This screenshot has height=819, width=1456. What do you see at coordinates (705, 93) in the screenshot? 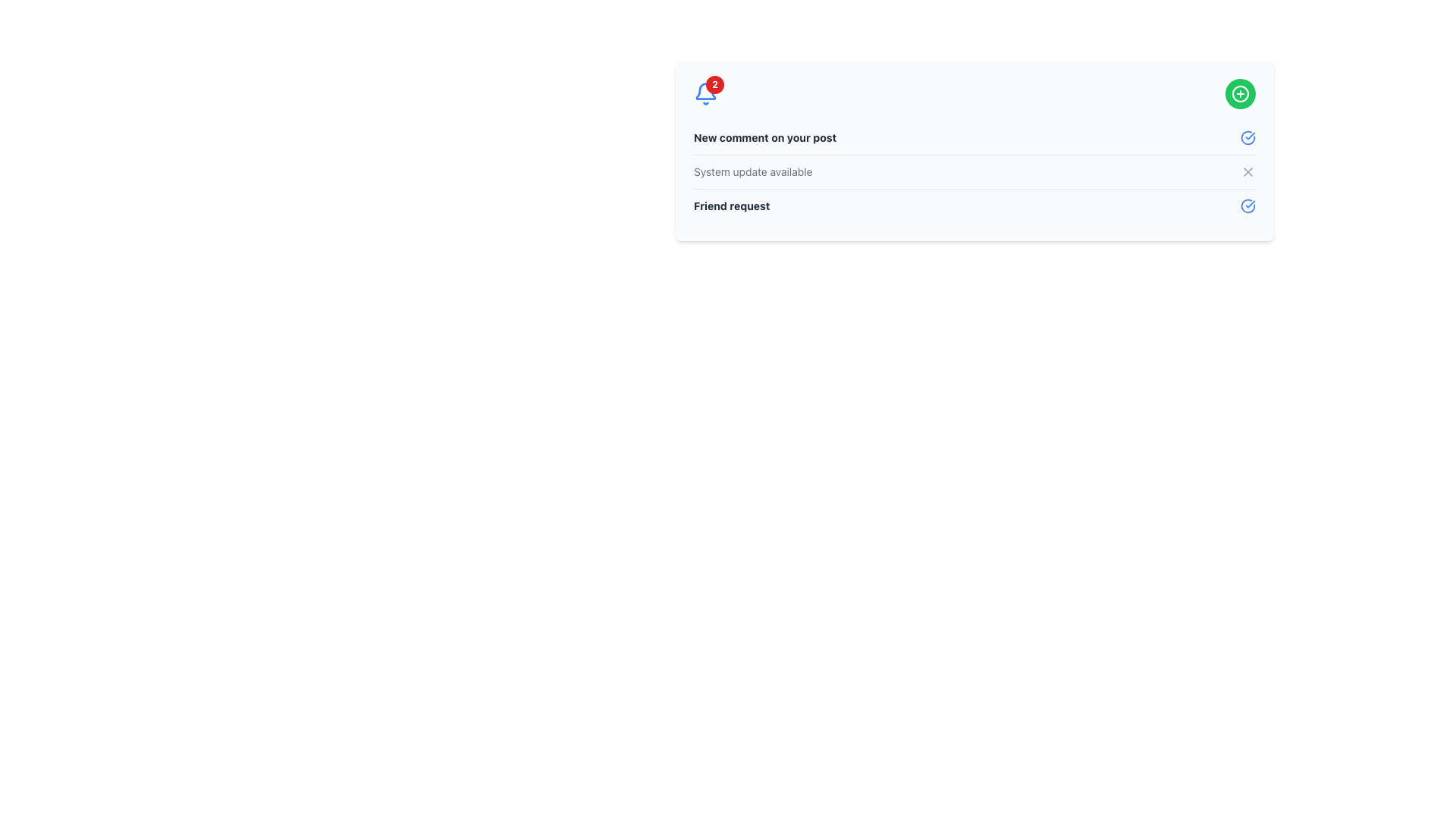
I see `the notification icon located at the top-left area of the interface, which has a red badge displaying a numerical count of pending alerts or messages` at bounding box center [705, 93].